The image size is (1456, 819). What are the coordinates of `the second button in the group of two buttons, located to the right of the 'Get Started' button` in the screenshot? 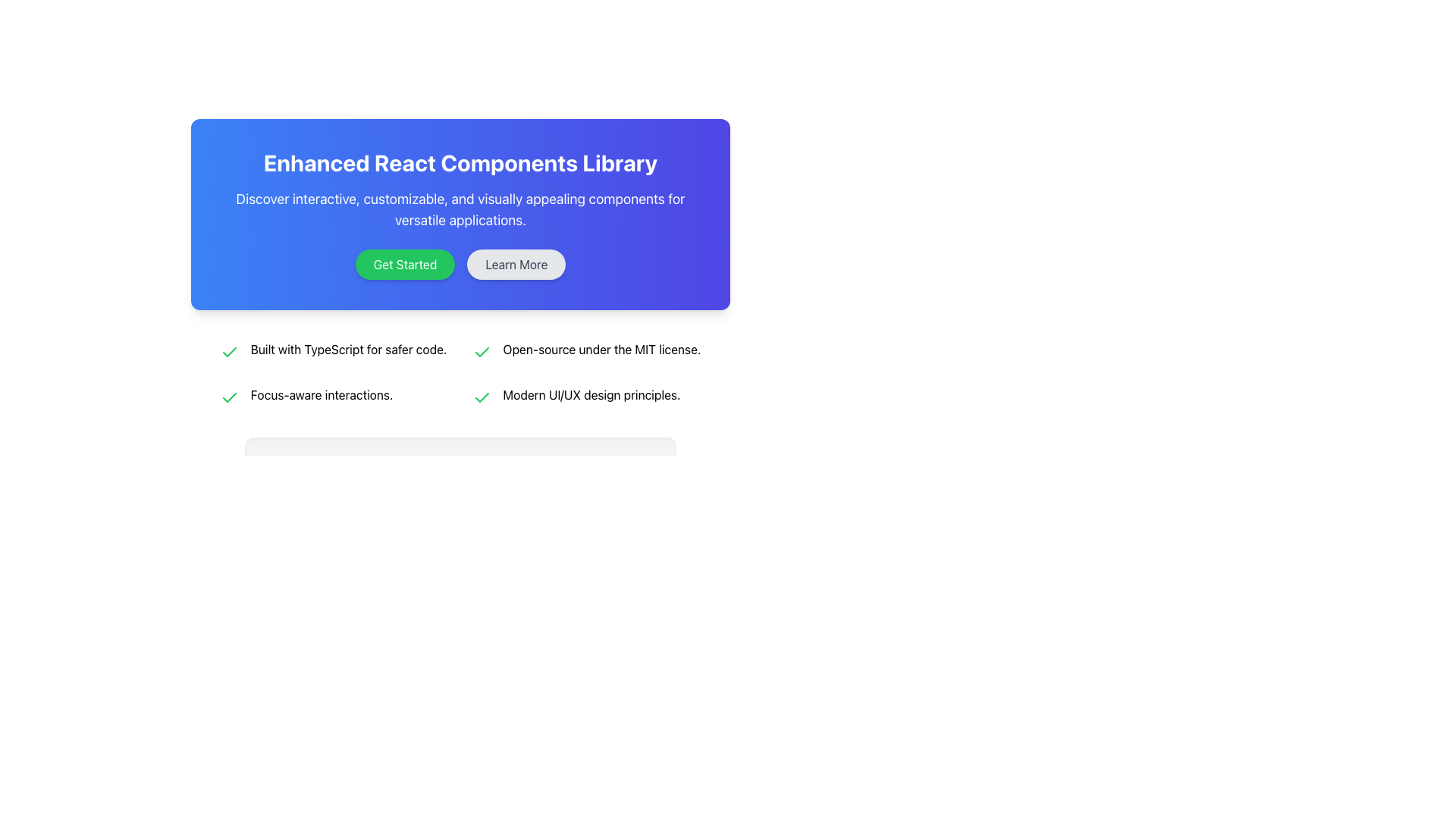 It's located at (516, 263).